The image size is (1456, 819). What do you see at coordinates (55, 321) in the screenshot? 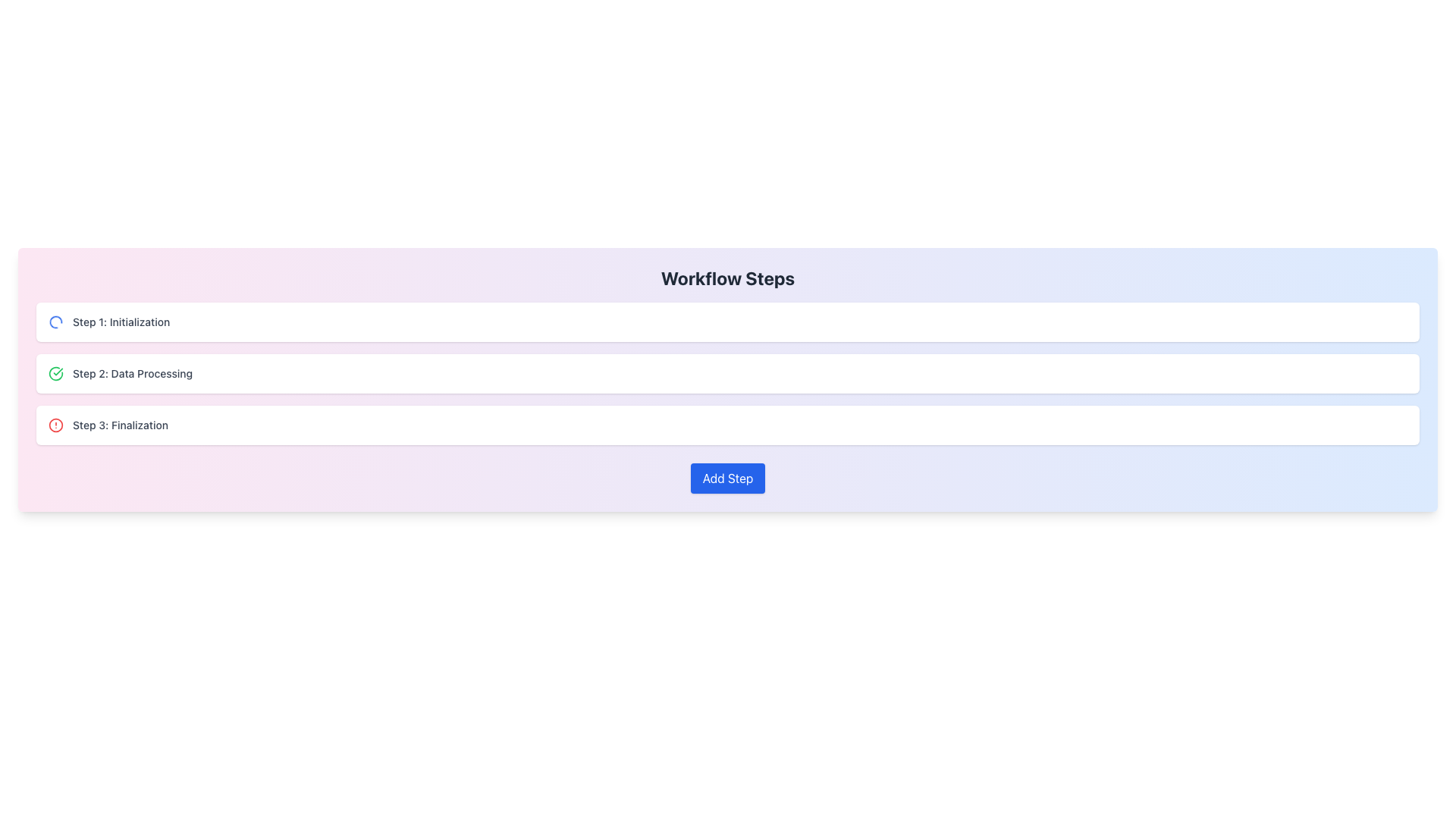
I see `the circular animated loader icon styled with a blue hue located to the left of 'Step 1: Initialization' in the first workflow step row` at bounding box center [55, 321].